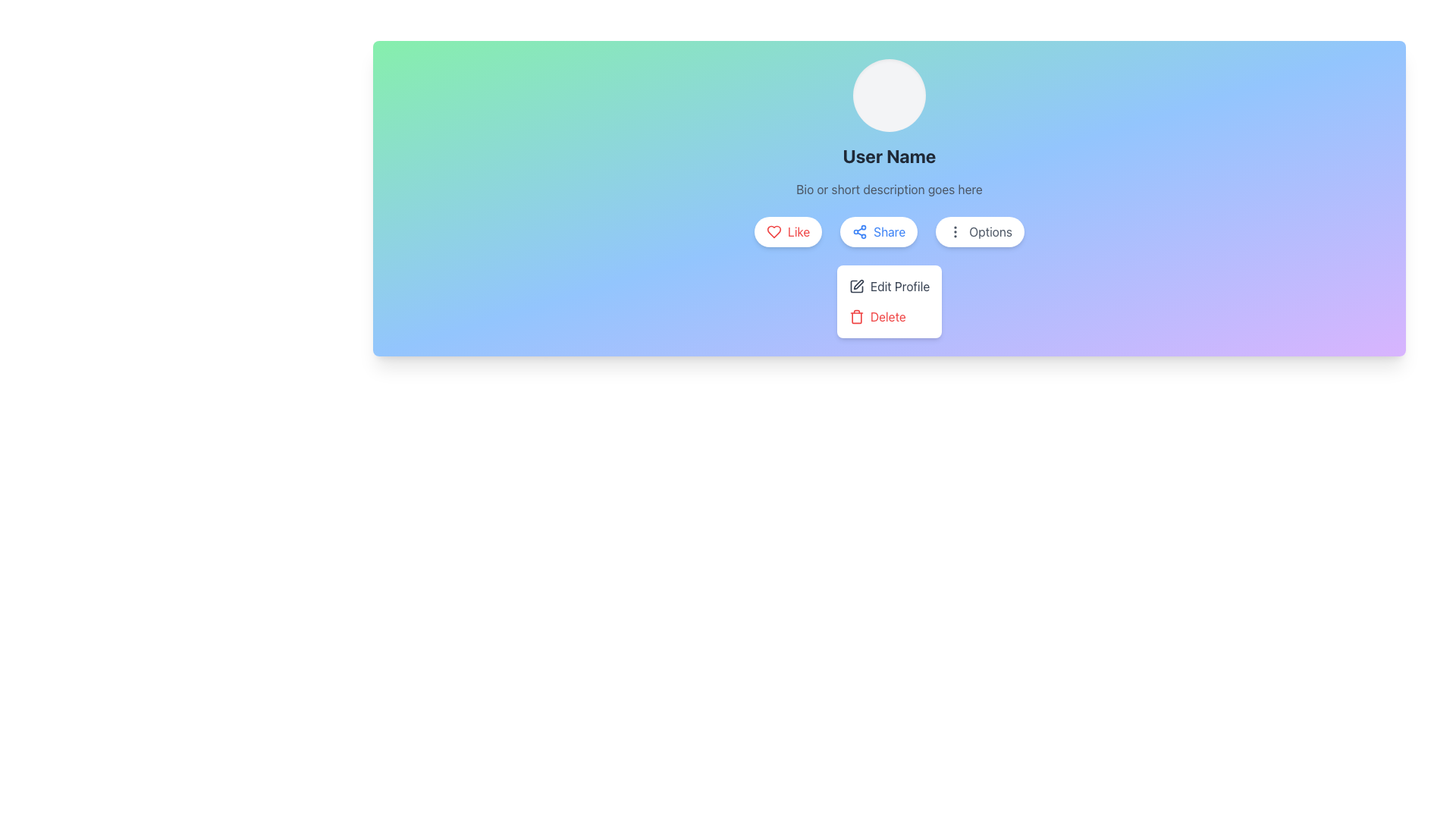  I want to click on the edit icon located in the lower-center portion of the user profile card, so click(858, 284).